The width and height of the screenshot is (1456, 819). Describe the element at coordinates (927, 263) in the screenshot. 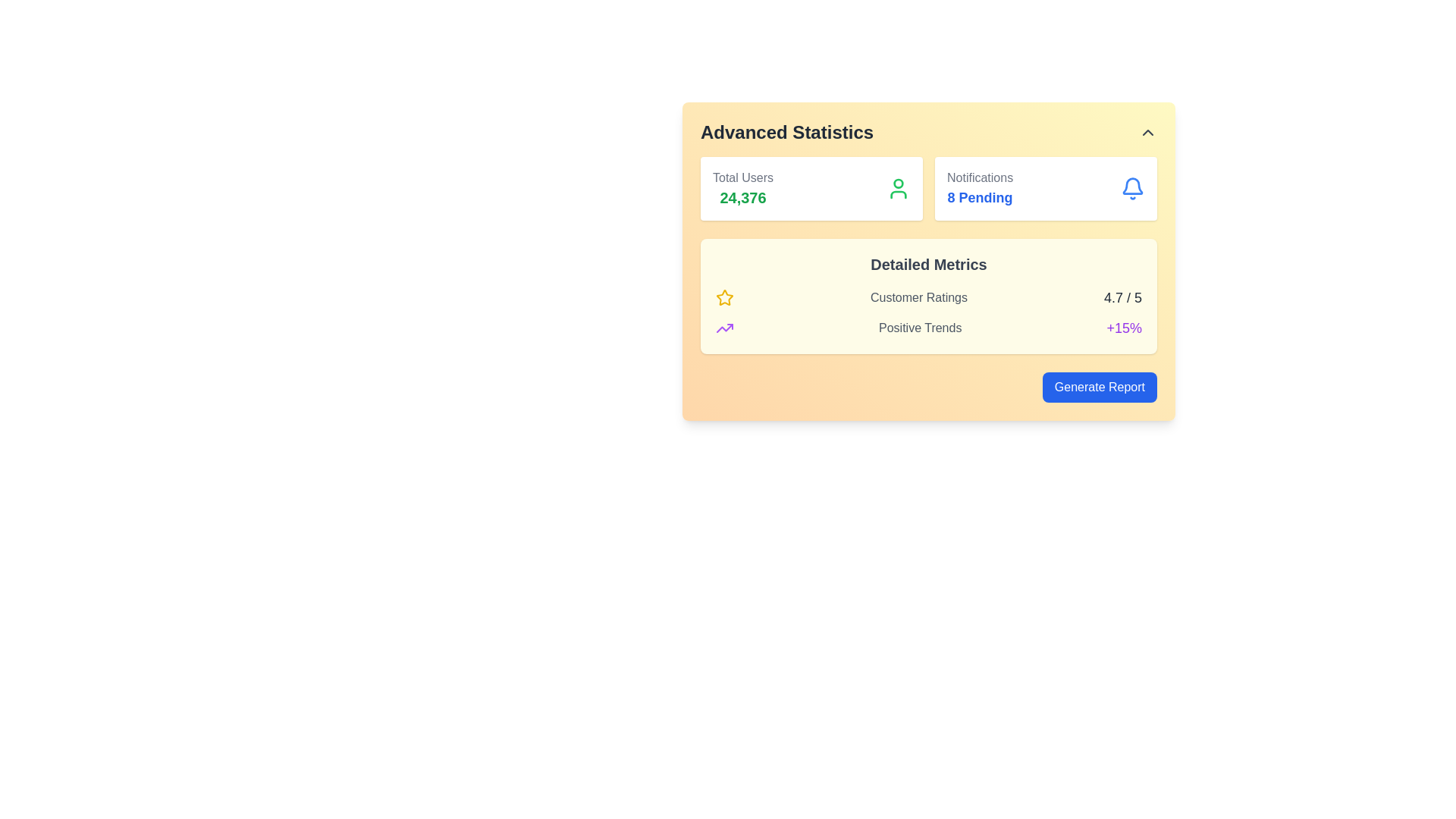

I see `the bold header with the text 'Detailed Metrics' that is centrally aligned at the top of the customer ratings and trends section` at that location.